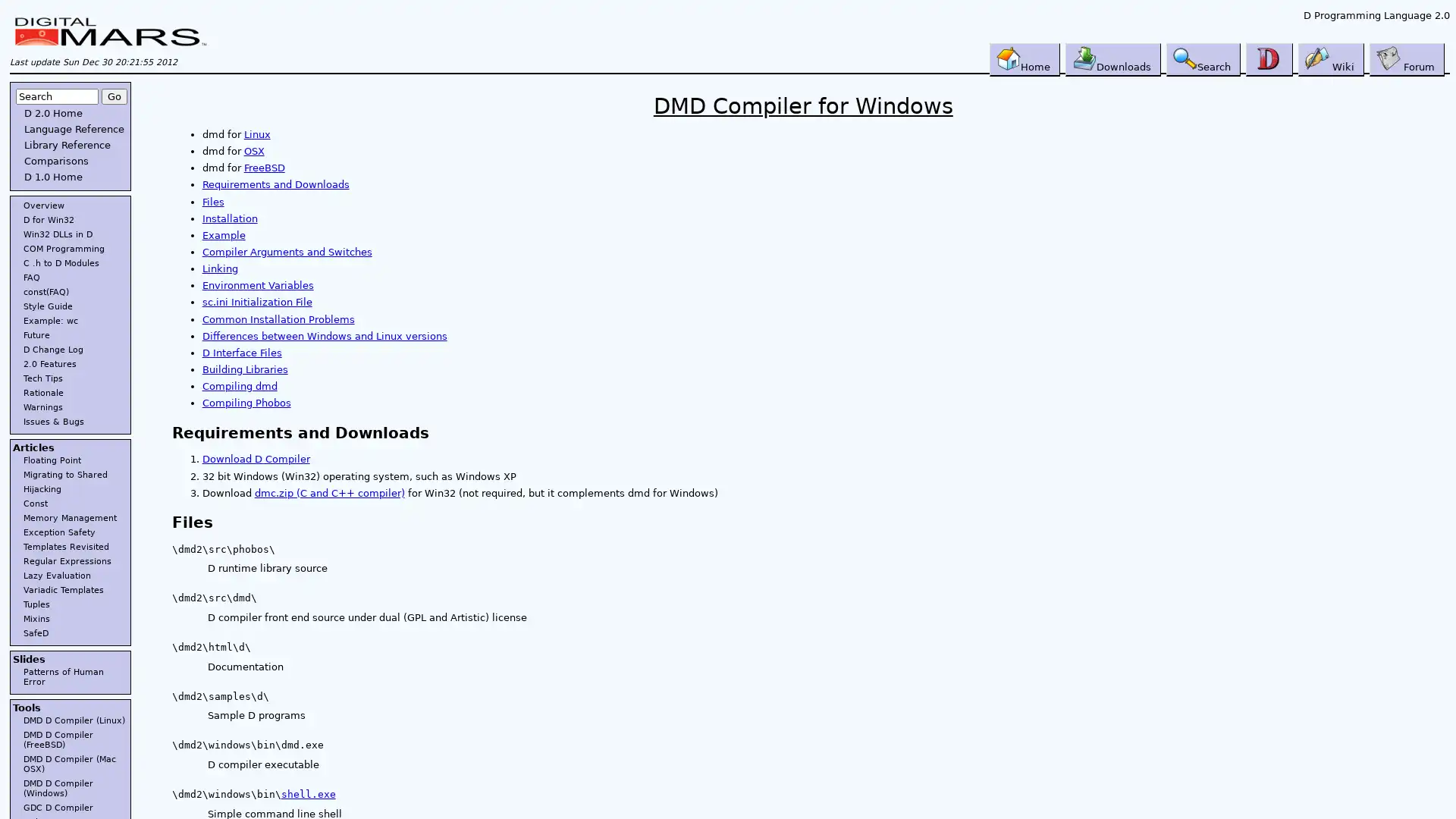 Image resolution: width=1456 pixels, height=819 pixels. I want to click on Go, so click(113, 96).